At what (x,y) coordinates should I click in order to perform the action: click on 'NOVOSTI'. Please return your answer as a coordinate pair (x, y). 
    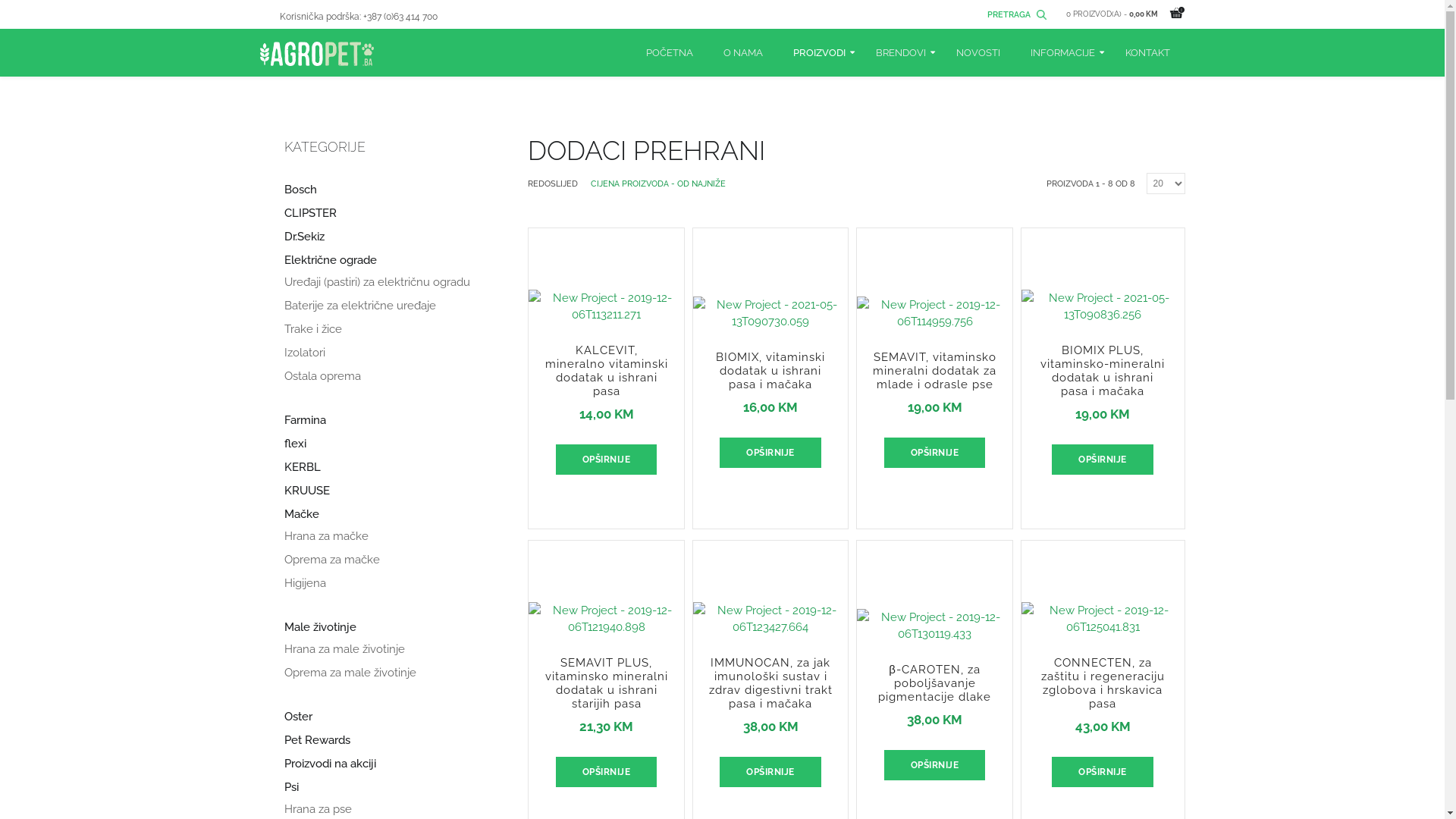
    Looking at the image, I should click on (939, 52).